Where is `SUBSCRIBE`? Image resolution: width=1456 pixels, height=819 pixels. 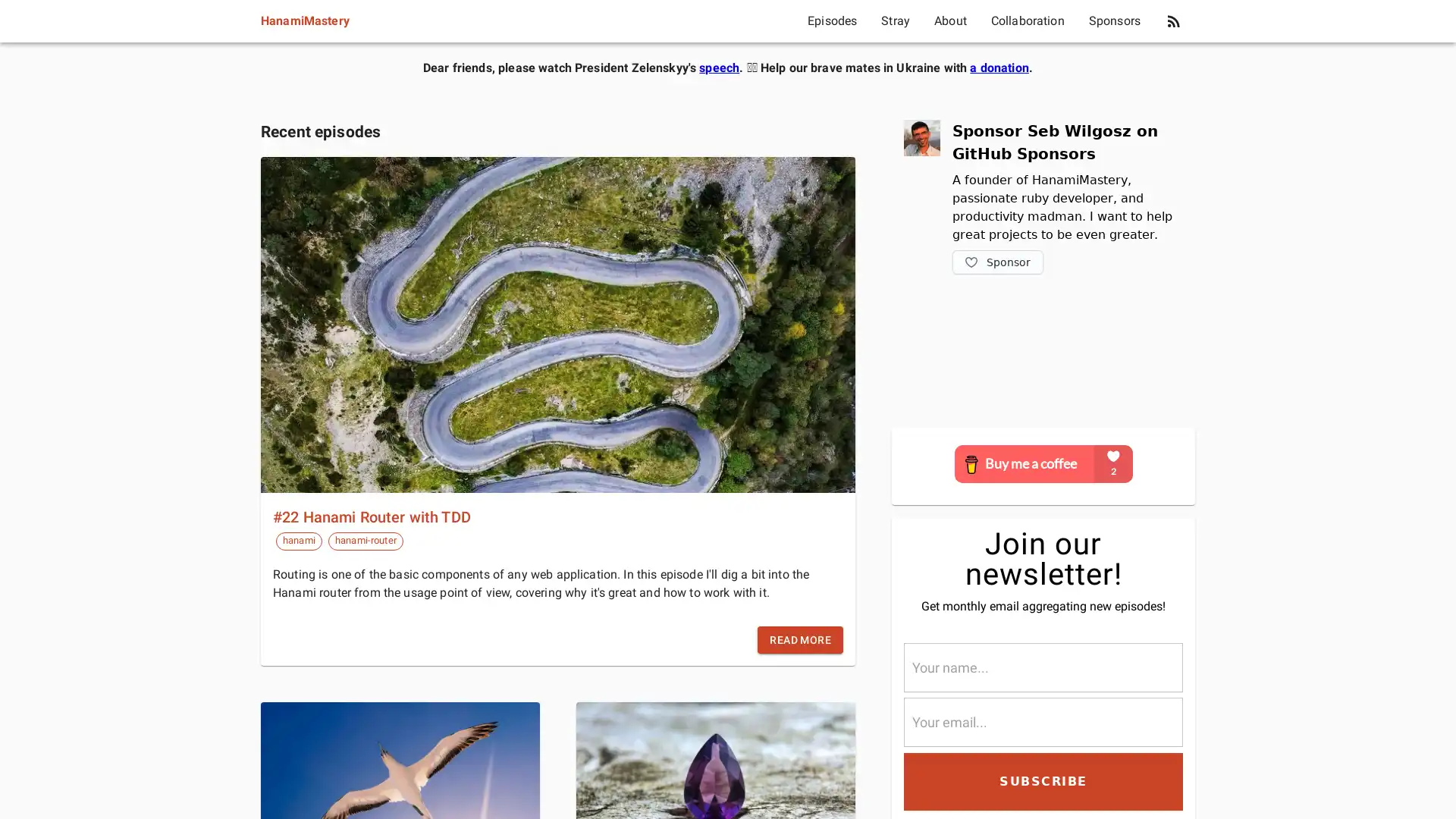
SUBSCRIBE is located at coordinates (1043, 780).